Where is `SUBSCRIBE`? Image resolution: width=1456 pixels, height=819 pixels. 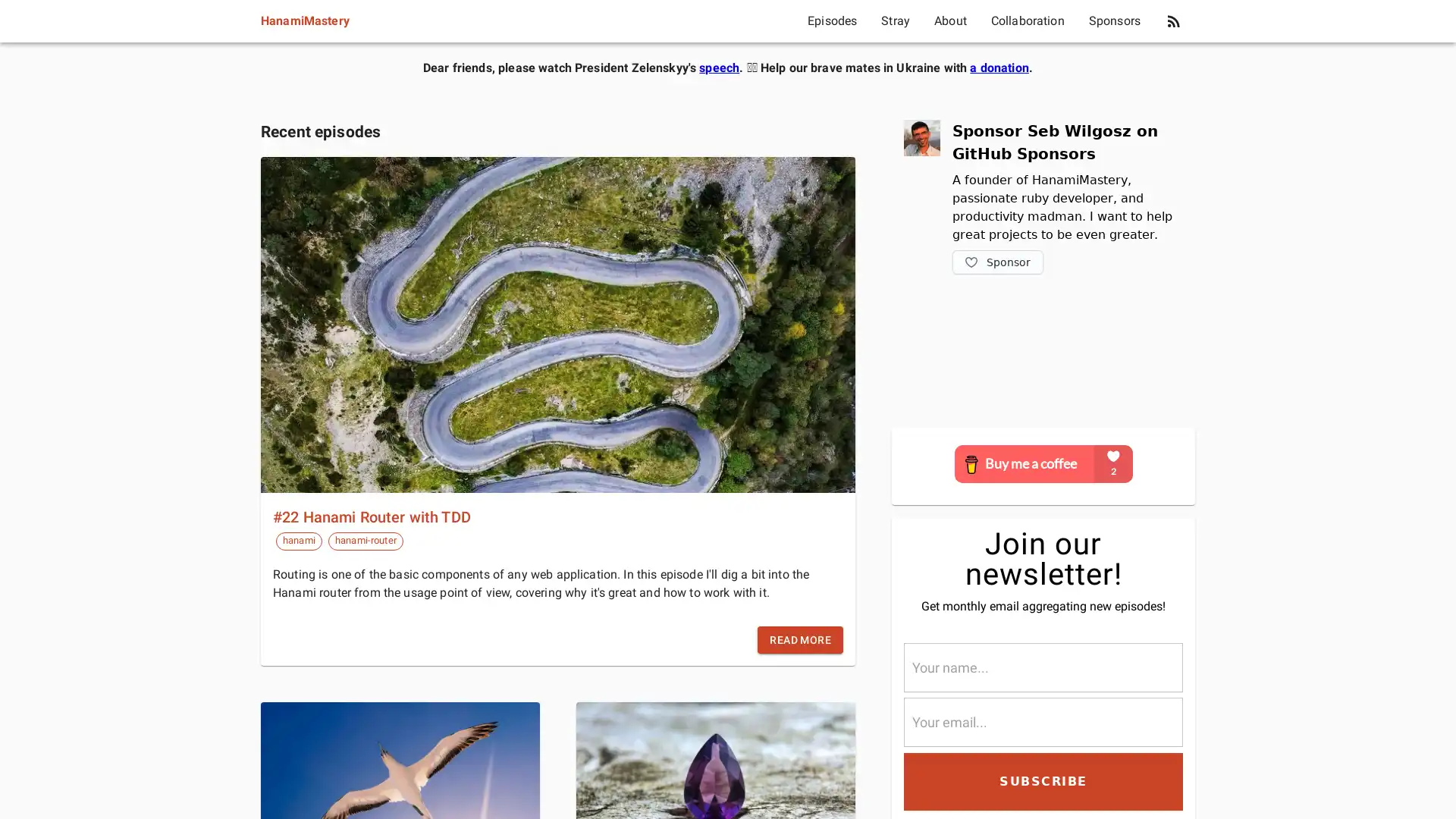
SUBSCRIBE is located at coordinates (1043, 780).